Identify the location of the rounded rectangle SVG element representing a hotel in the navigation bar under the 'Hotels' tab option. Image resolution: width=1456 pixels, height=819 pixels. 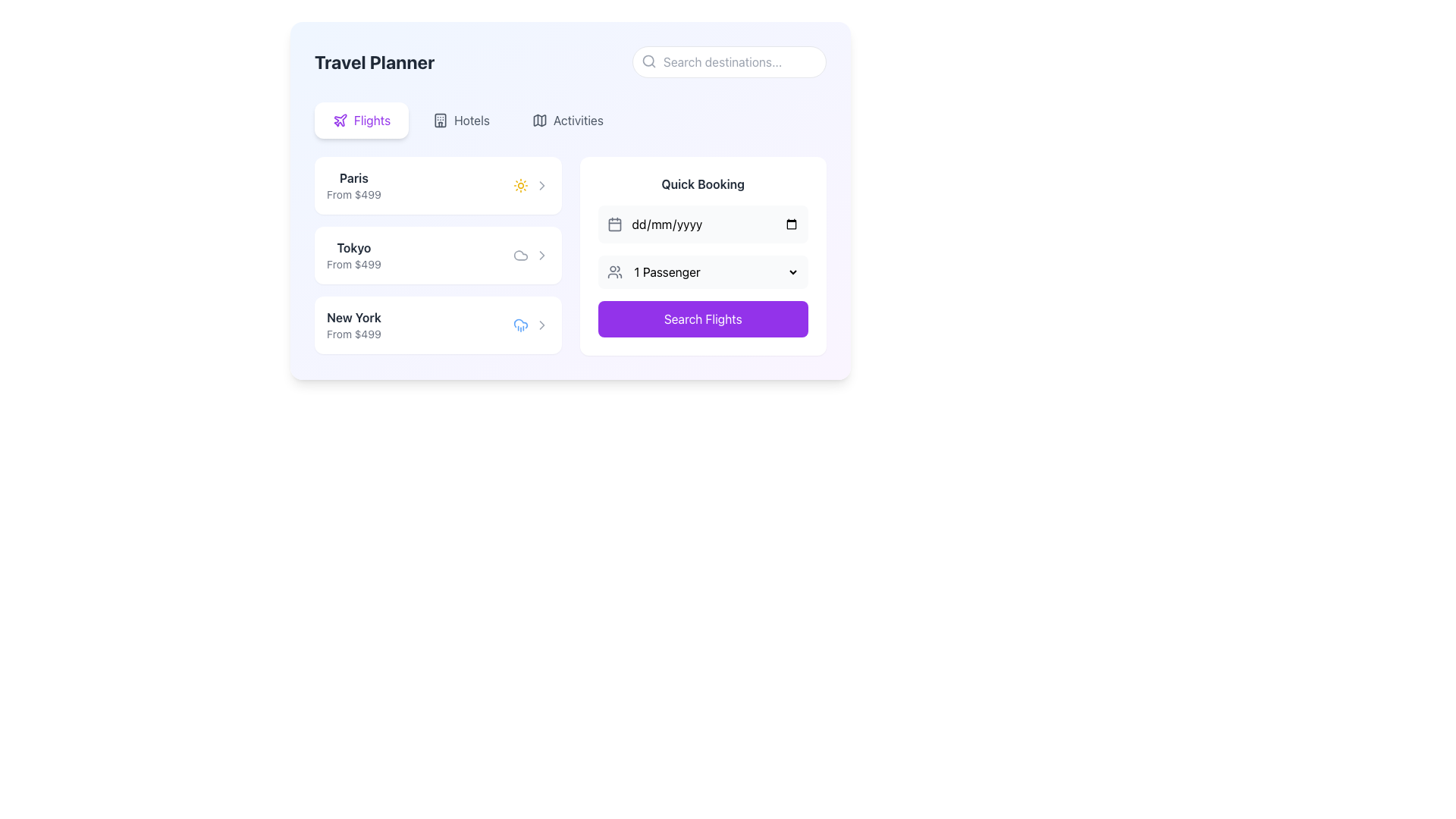
(440, 119).